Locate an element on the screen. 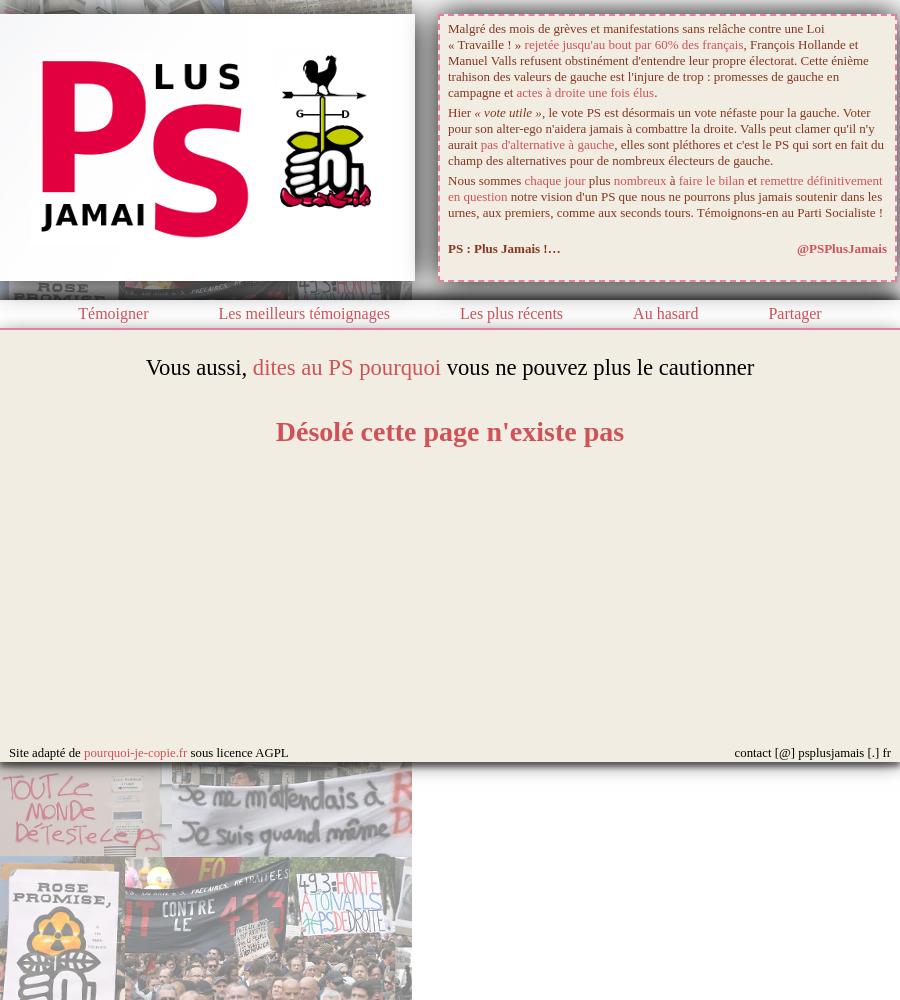  'Site adapté de' is located at coordinates (44, 753).